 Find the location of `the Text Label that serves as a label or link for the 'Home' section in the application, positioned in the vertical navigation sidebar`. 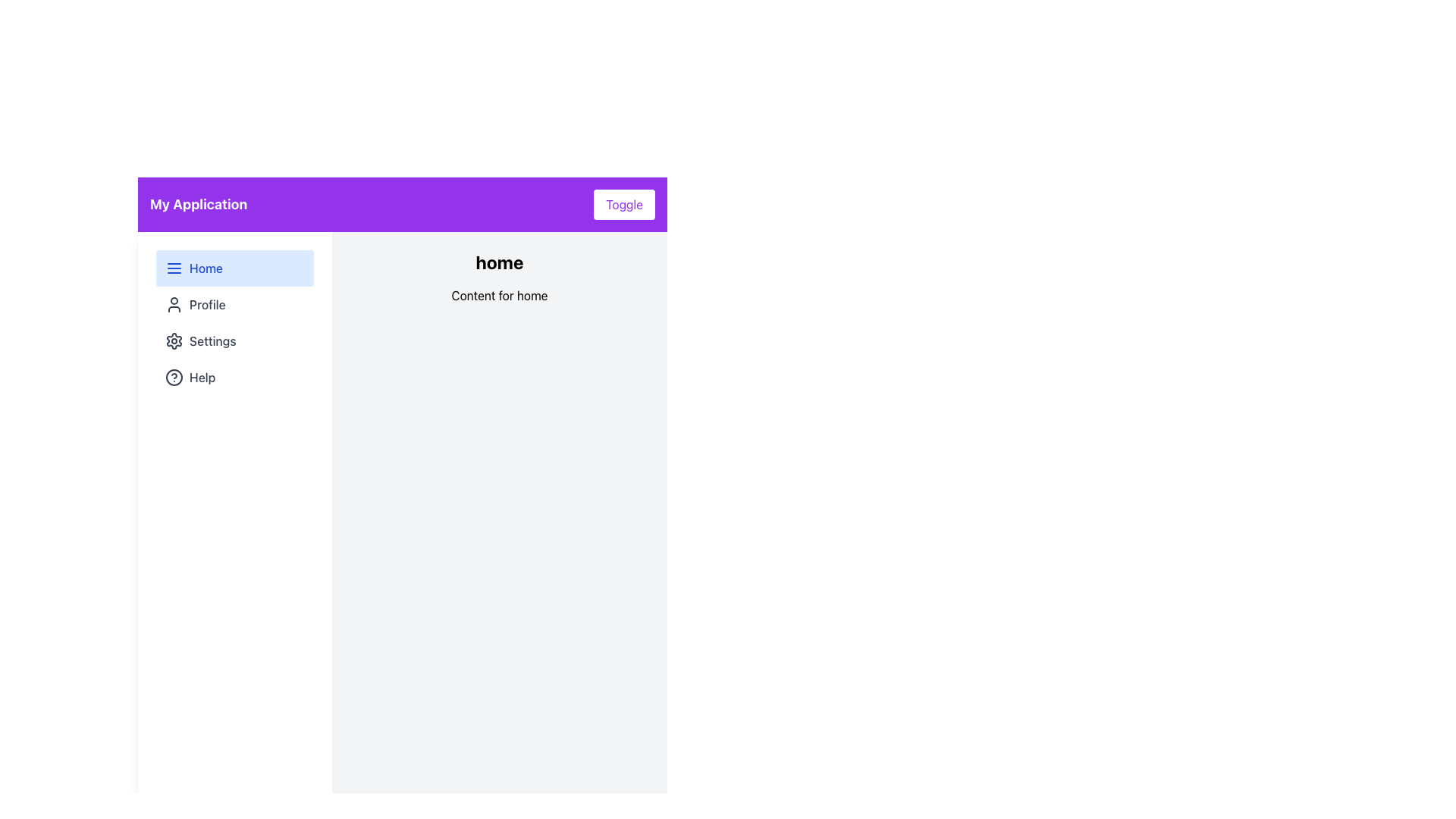

the Text Label that serves as a label or link for the 'Home' section in the application, positioned in the vertical navigation sidebar is located at coordinates (206, 268).